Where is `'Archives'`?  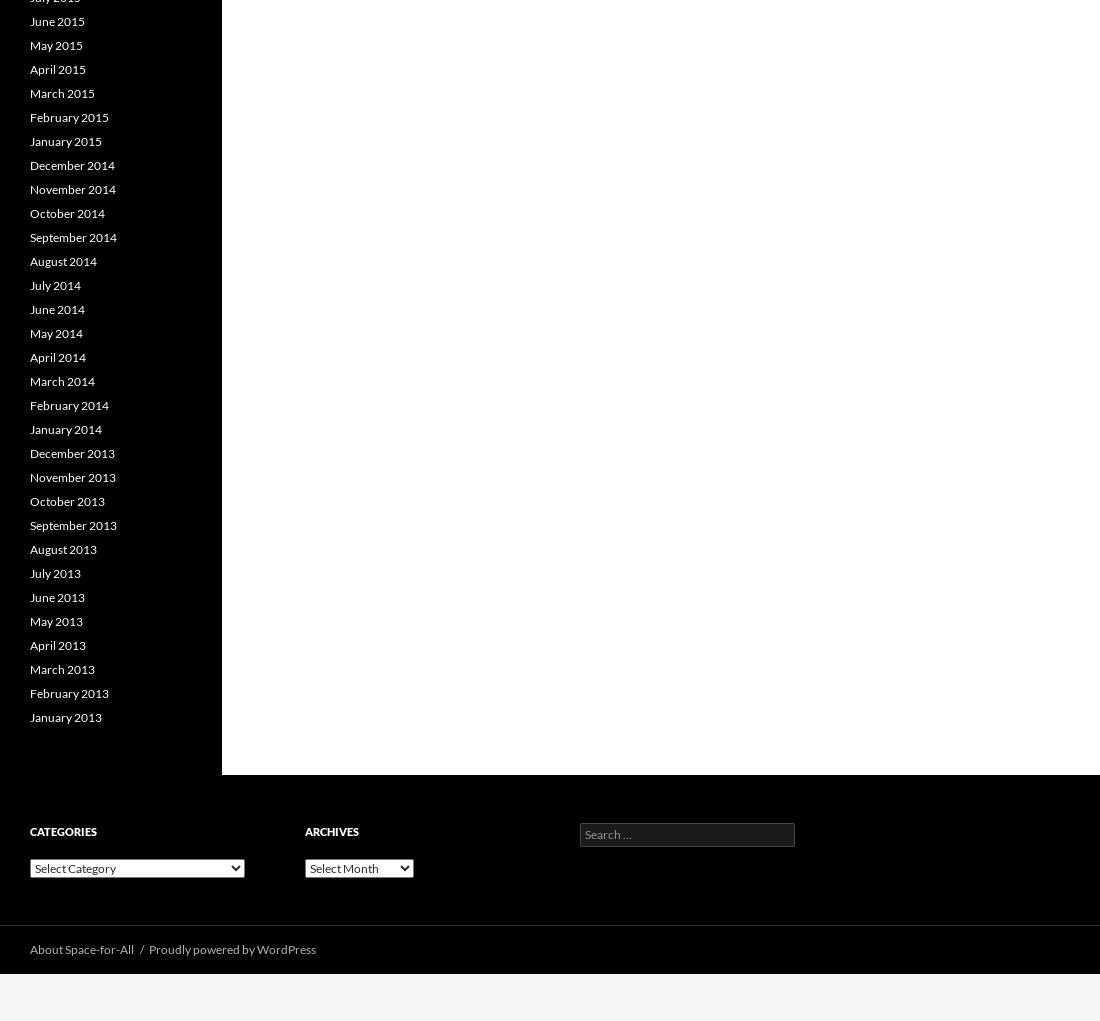 'Archives' is located at coordinates (330, 831).